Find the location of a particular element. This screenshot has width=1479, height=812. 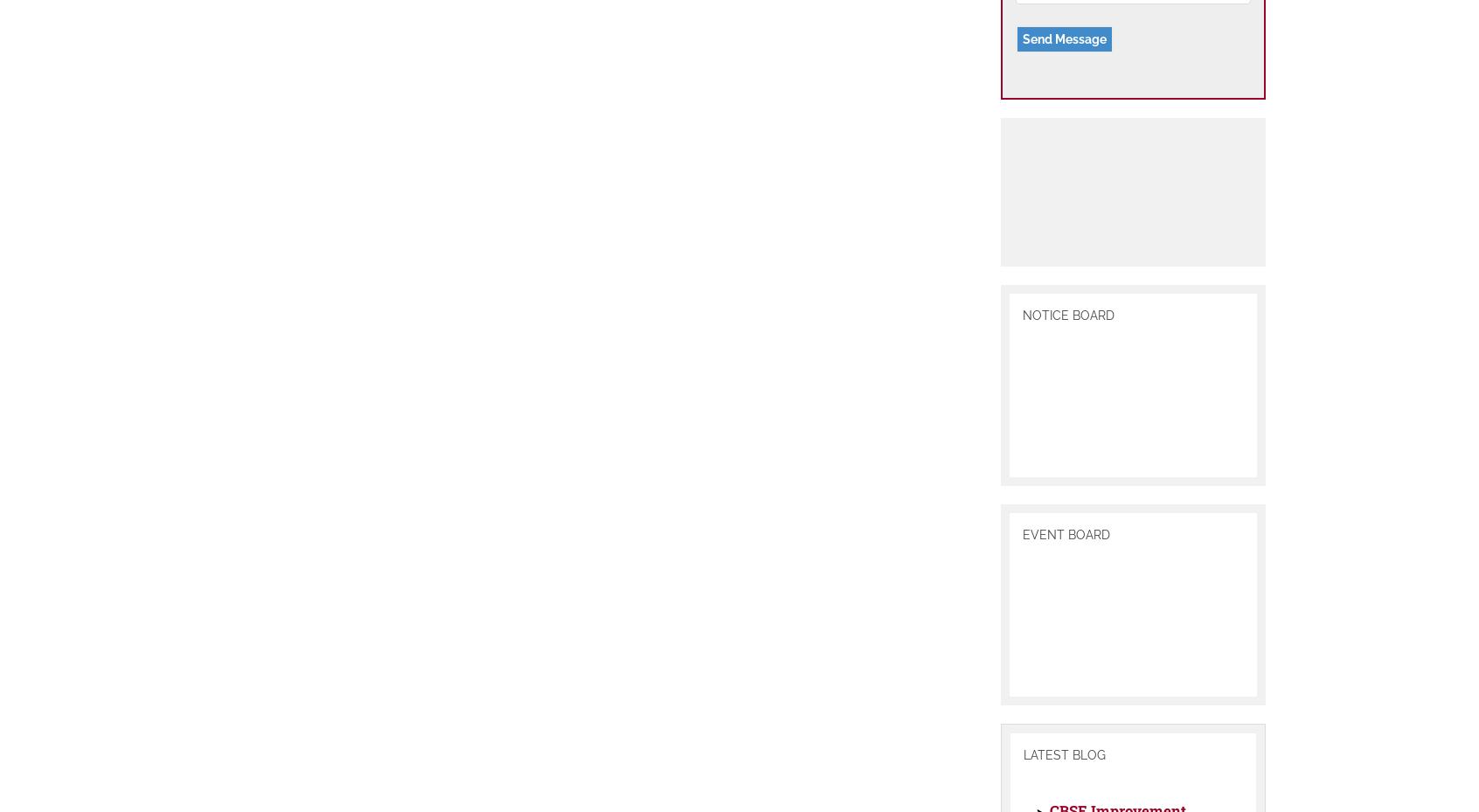

'LATEST BLOG' is located at coordinates (1064, 754).